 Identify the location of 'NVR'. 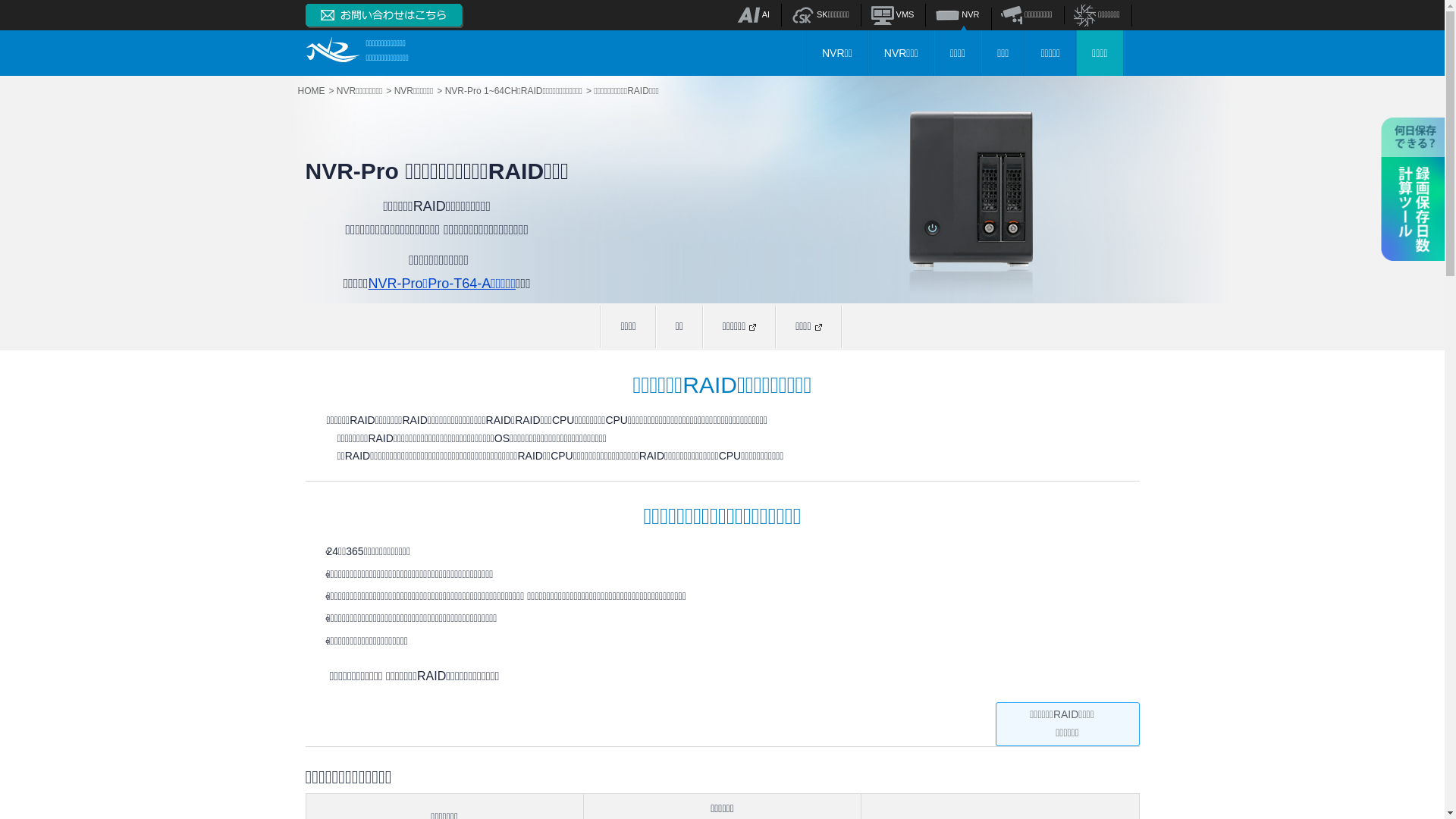
(934, 14).